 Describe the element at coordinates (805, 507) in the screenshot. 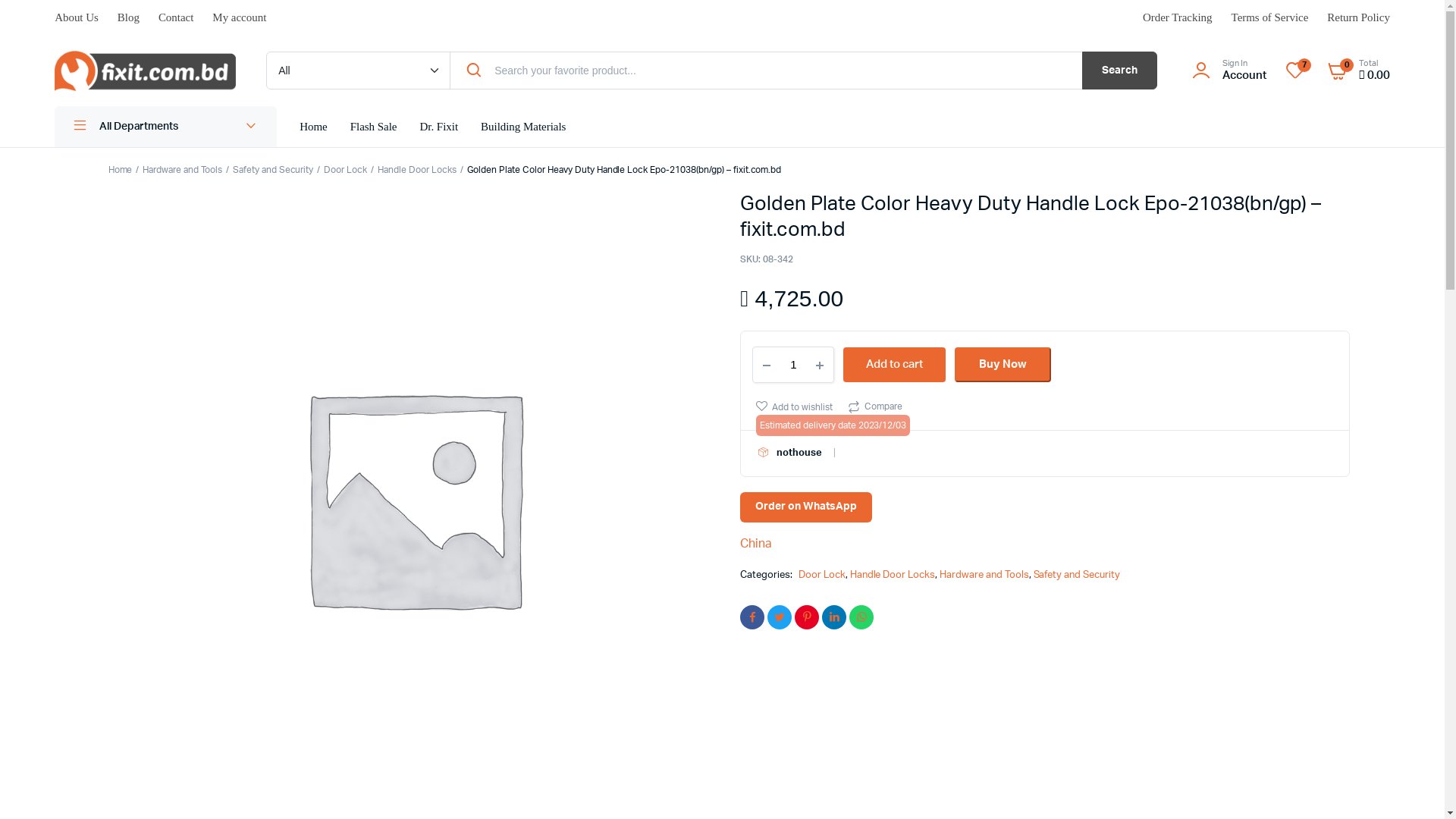

I see `'Order on WhatsApp'` at that location.